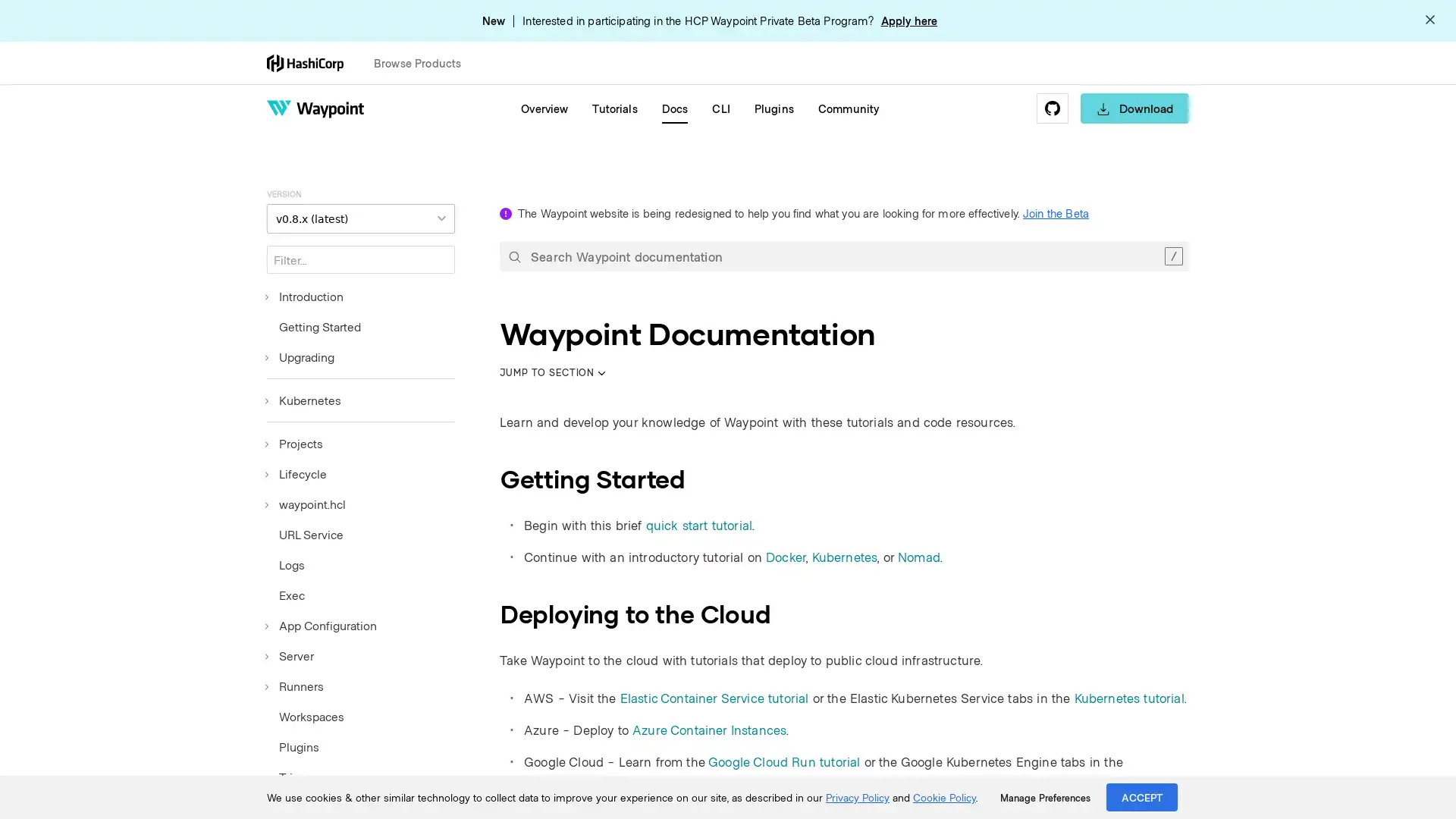  What do you see at coordinates (304, 296) in the screenshot?
I see `Introduction` at bounding box center [304, 296].